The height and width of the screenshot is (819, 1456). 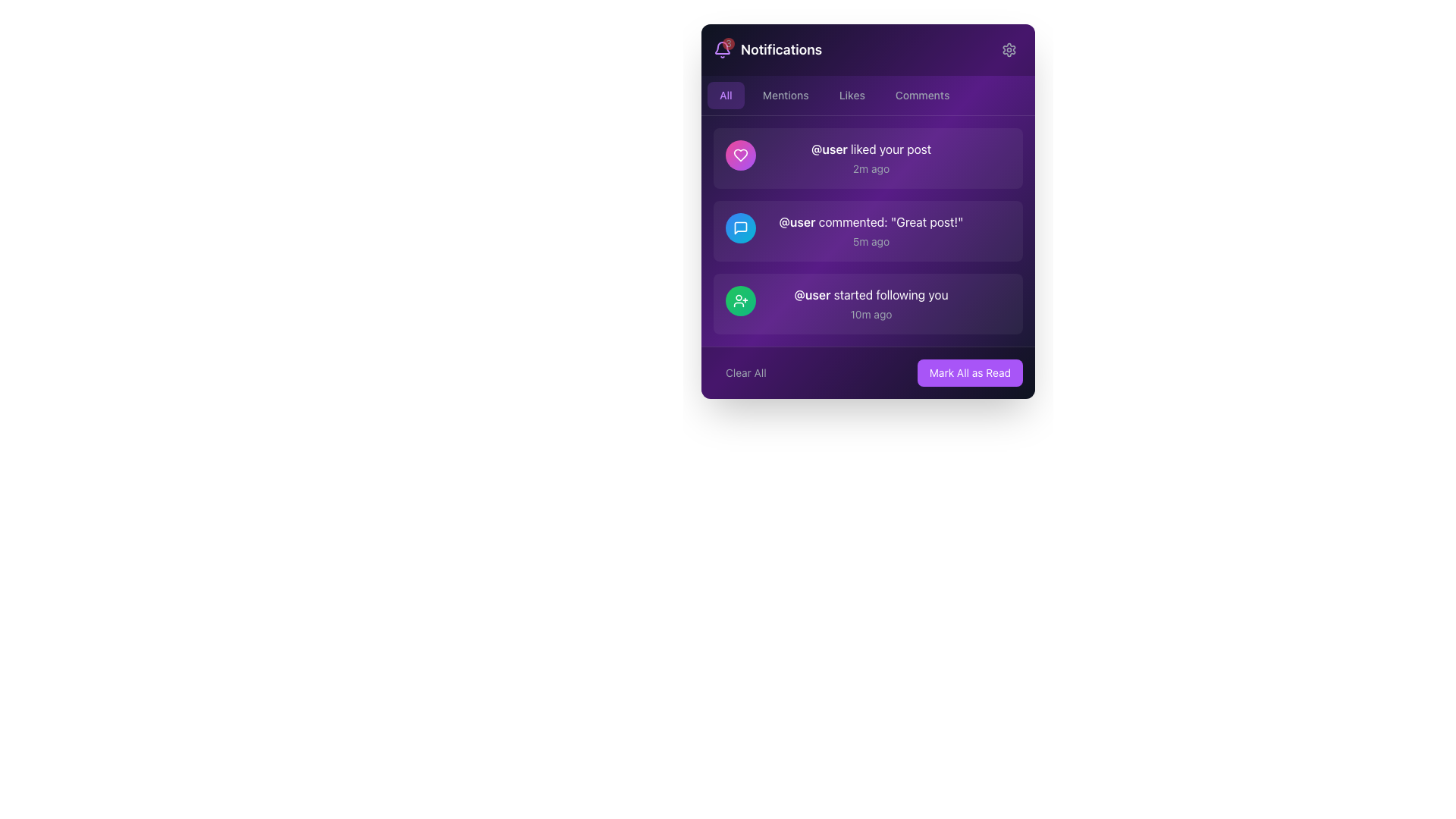 What do you see at coordinates (871, 158) in the screenshot?
I see `the text block notification indicating that '@user' has liked a post, which is the primary text component of the first notification card in the notifications panel` at bounding box center [871, 158].